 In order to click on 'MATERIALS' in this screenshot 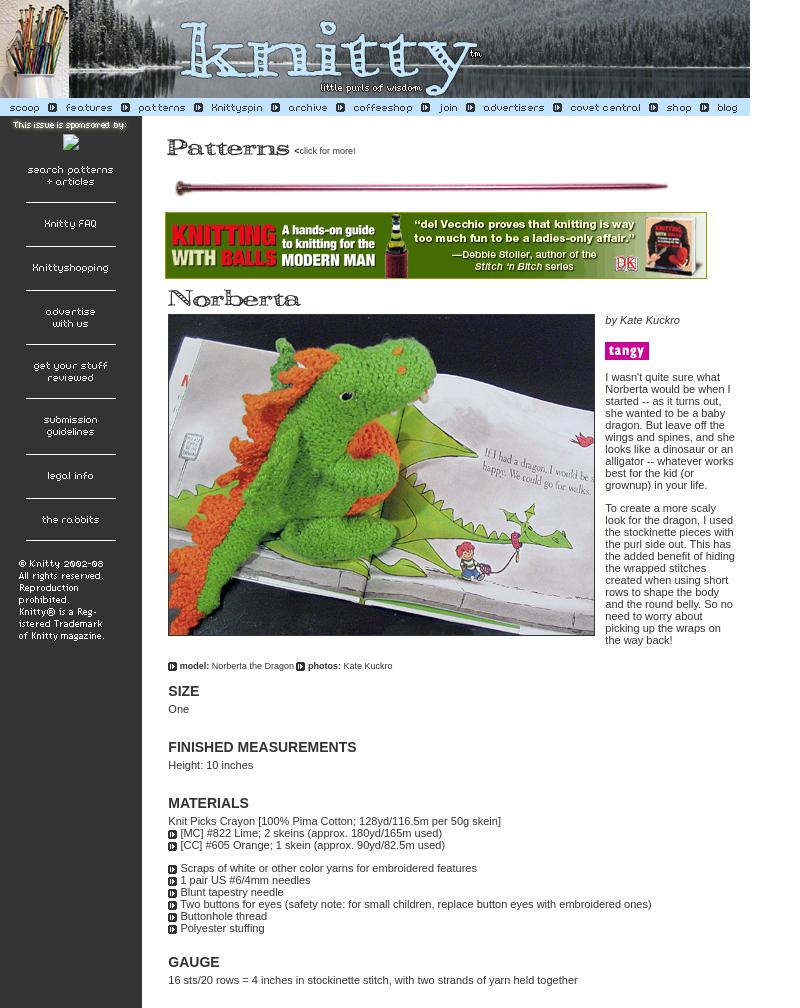, I will do `click(167, 802)`.